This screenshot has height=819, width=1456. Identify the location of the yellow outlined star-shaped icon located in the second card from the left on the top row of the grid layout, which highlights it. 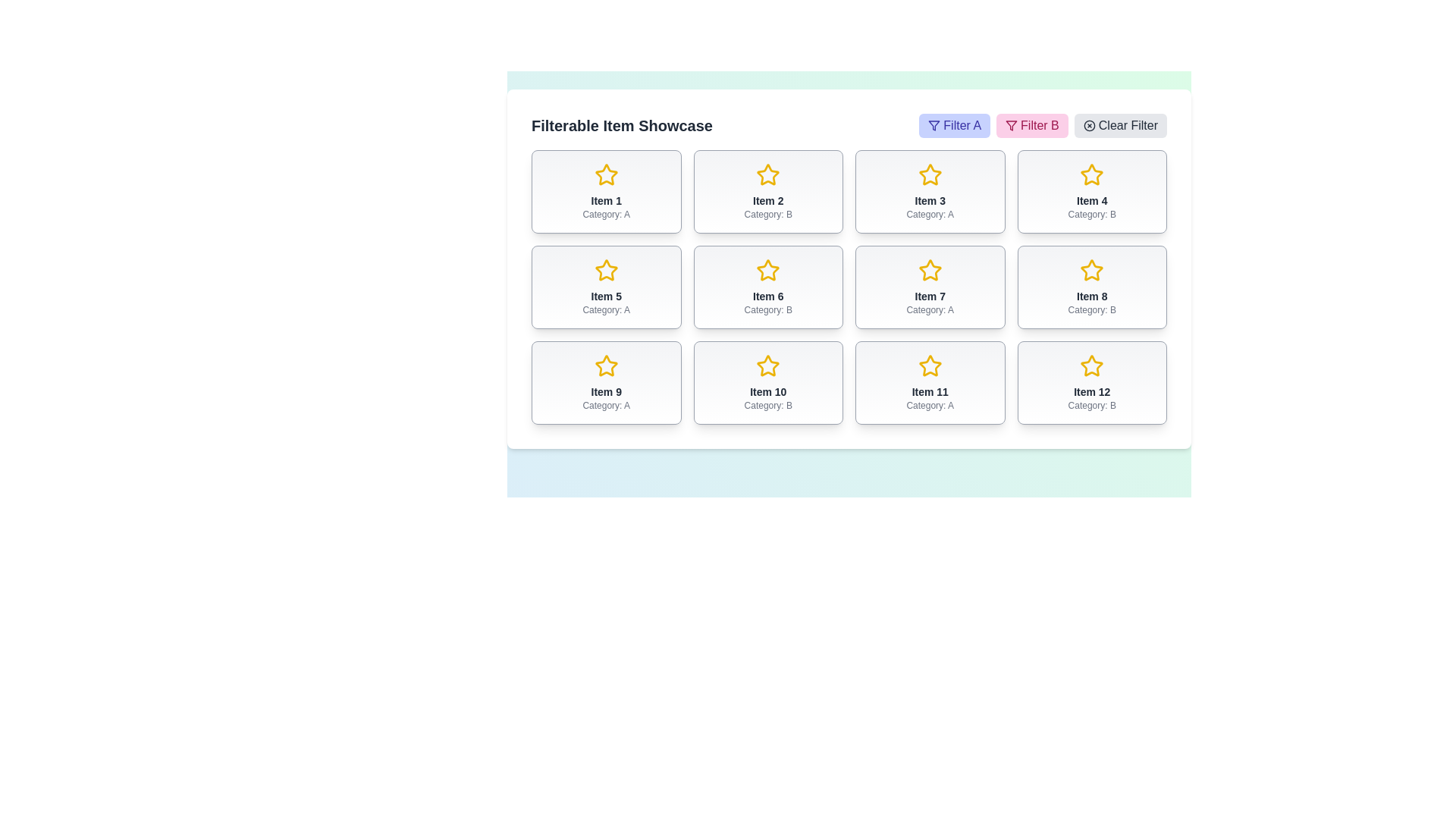
(768, 174).